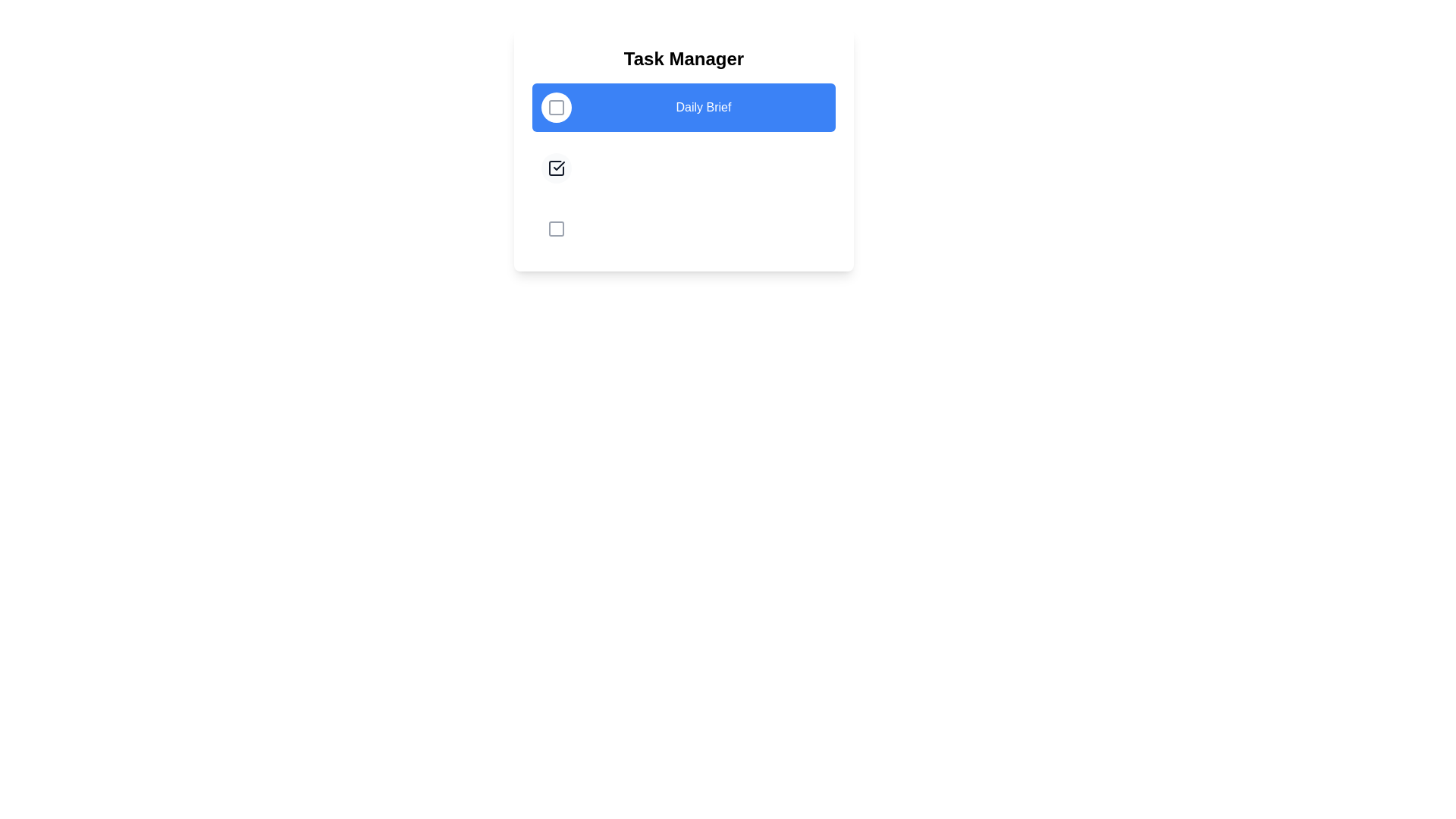  What do you see at coordinates (556, 107) in the screenshot?
I see `the task Daily Brief to observe any additional interactions or effects` at bounding box center [556, 107].